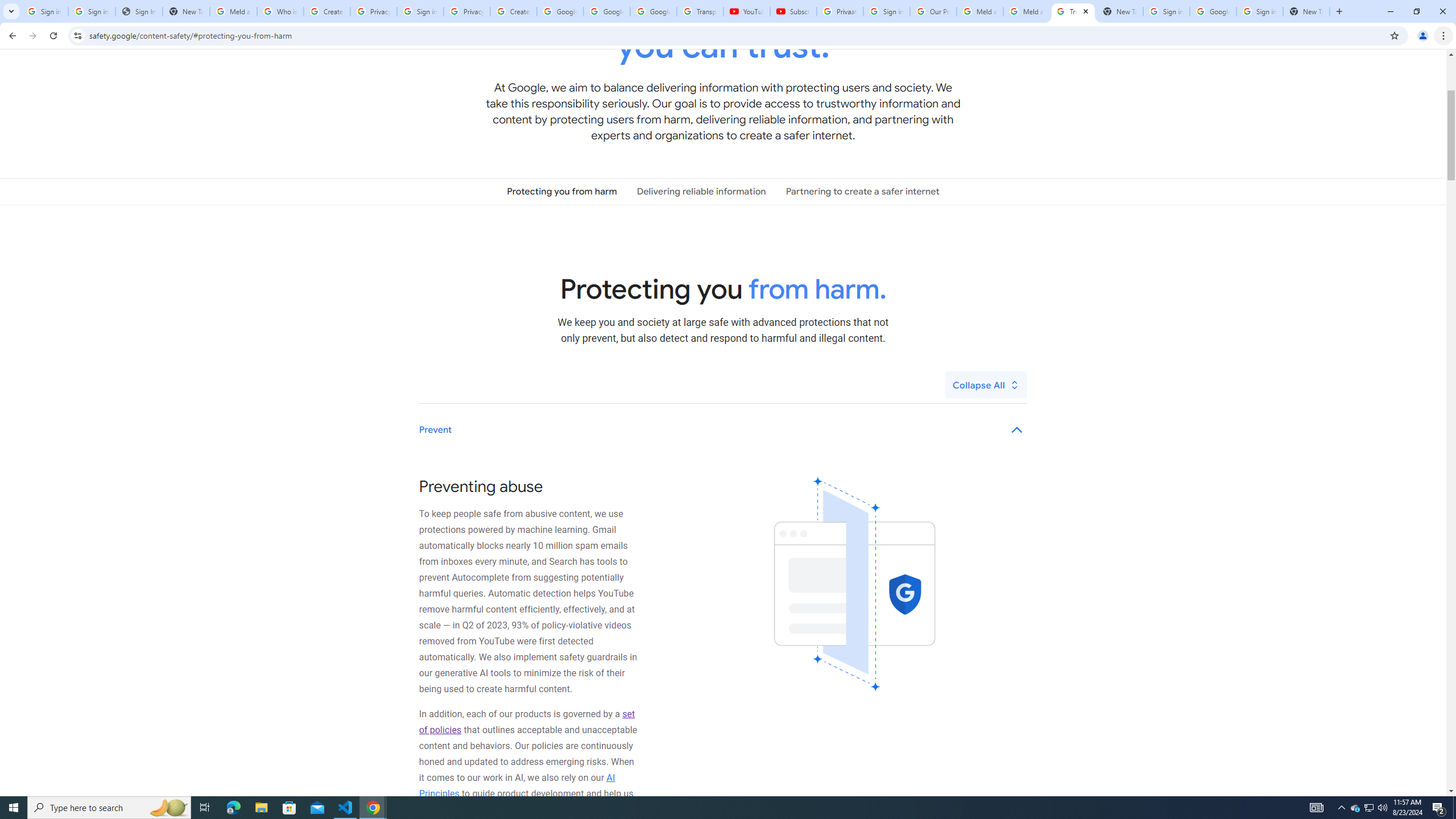  I want to click on 'New Tab', so click(1306, 11).